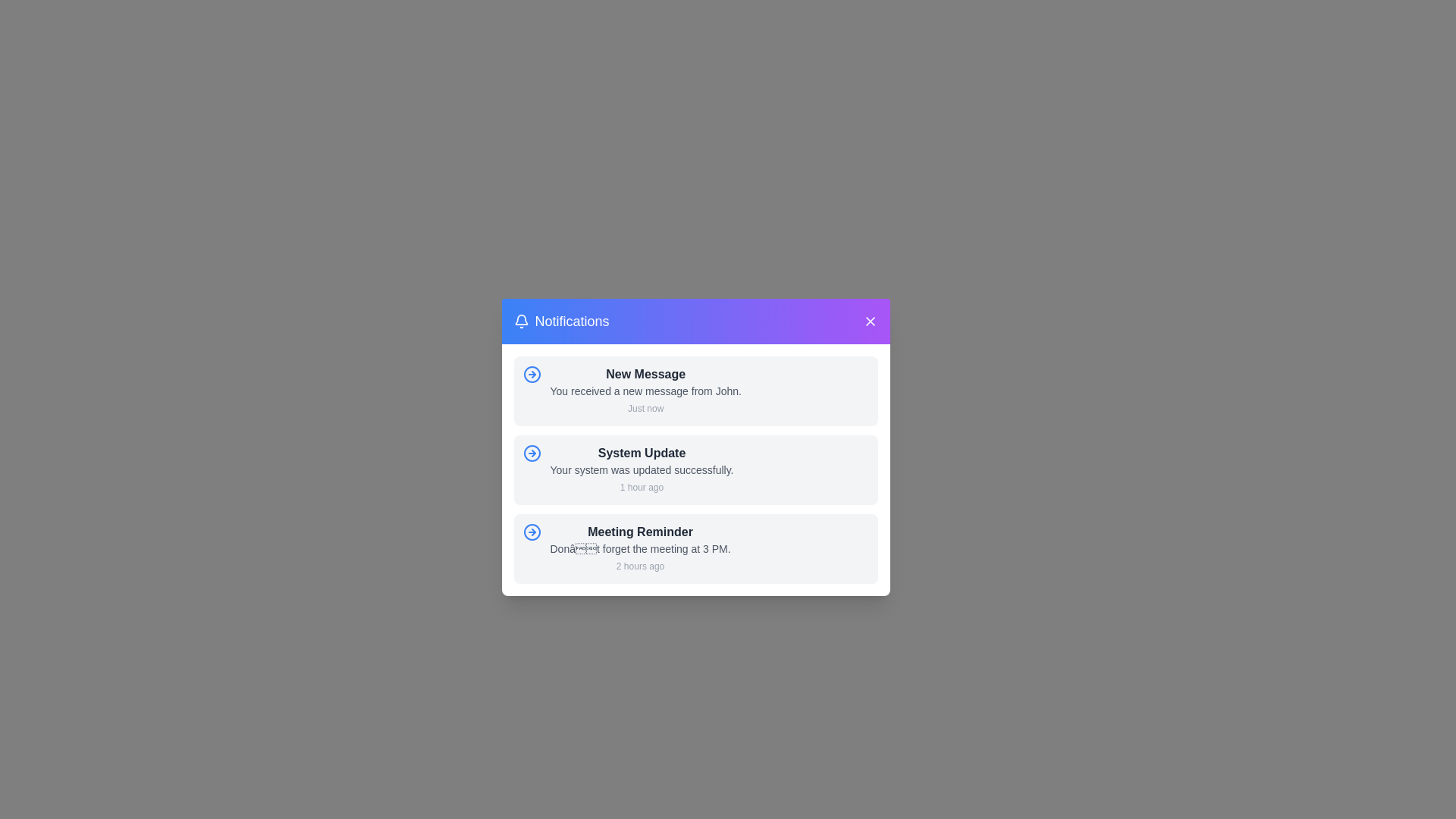 This screenshot has height=819, width=1456. What do you see at coordinates (695, 549) in the screenshot?
I see `the Notification card that informs the user about an upcoming meeting scheduled for 3 PM, located as the third item in a vertical list of notifications` at bounding box center [695, 549].